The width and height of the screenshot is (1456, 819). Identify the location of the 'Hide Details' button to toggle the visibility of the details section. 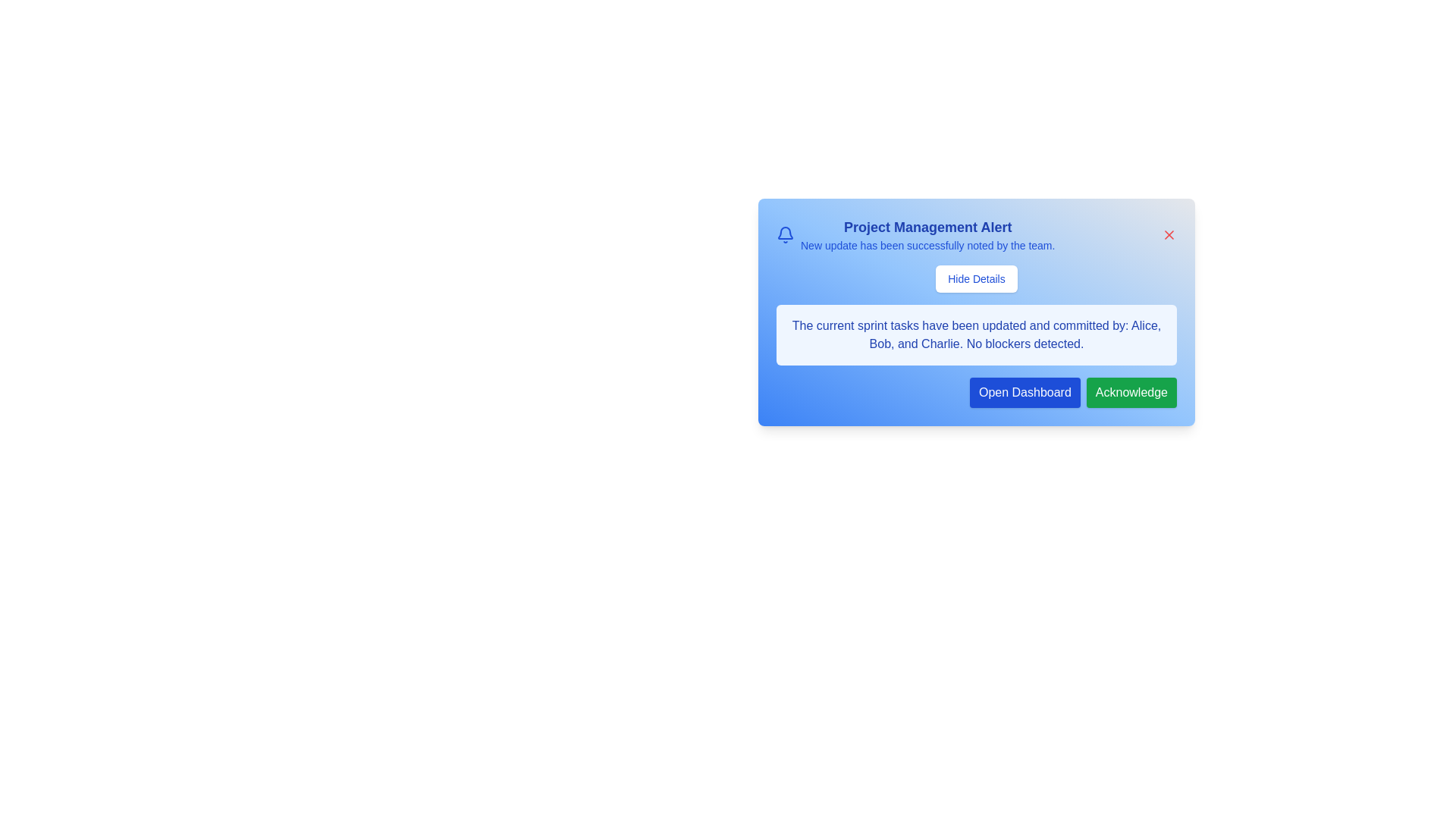
(976, 278).